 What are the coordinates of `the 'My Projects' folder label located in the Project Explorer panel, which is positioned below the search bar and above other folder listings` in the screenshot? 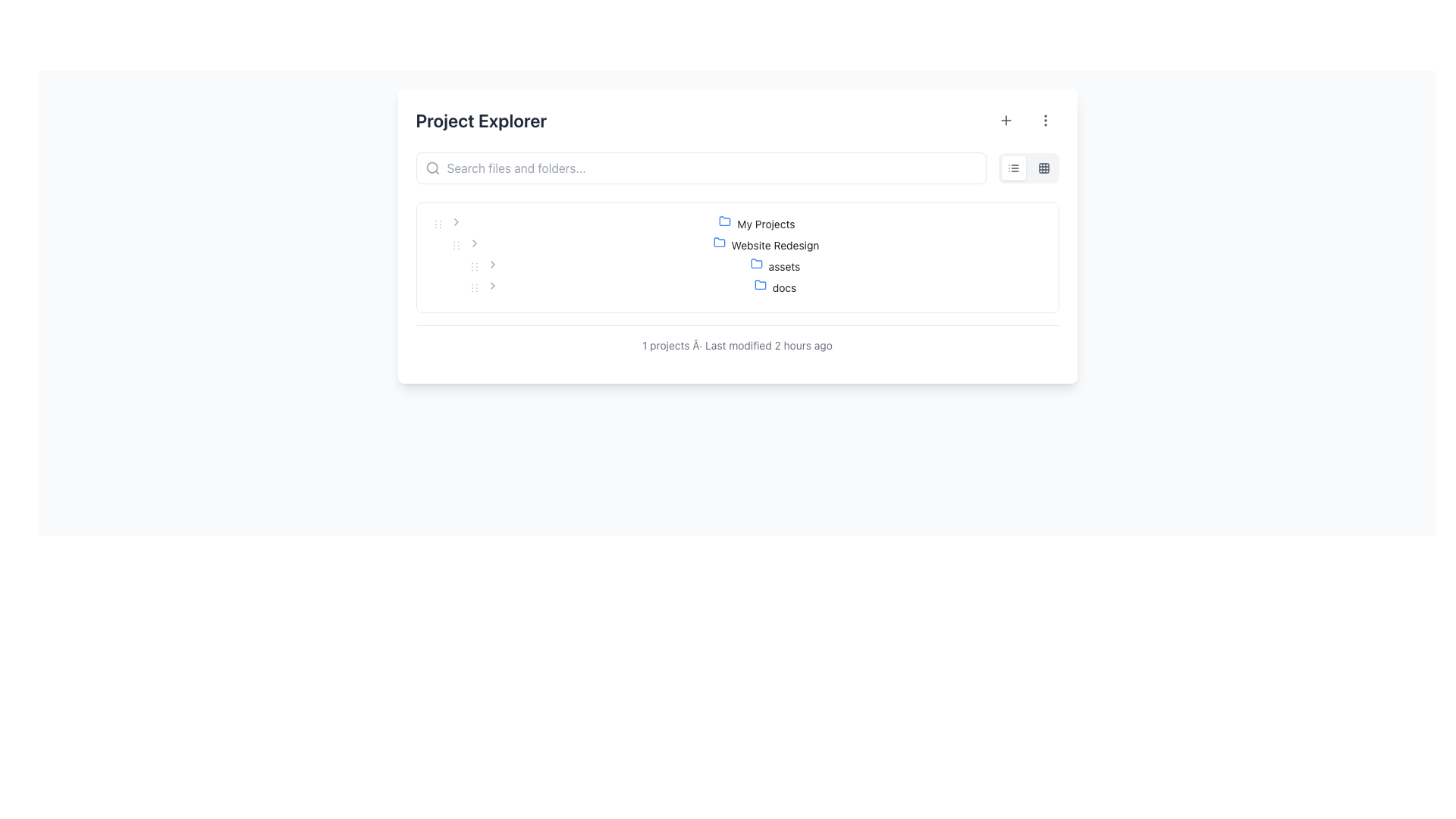 It's located at (766, 224).